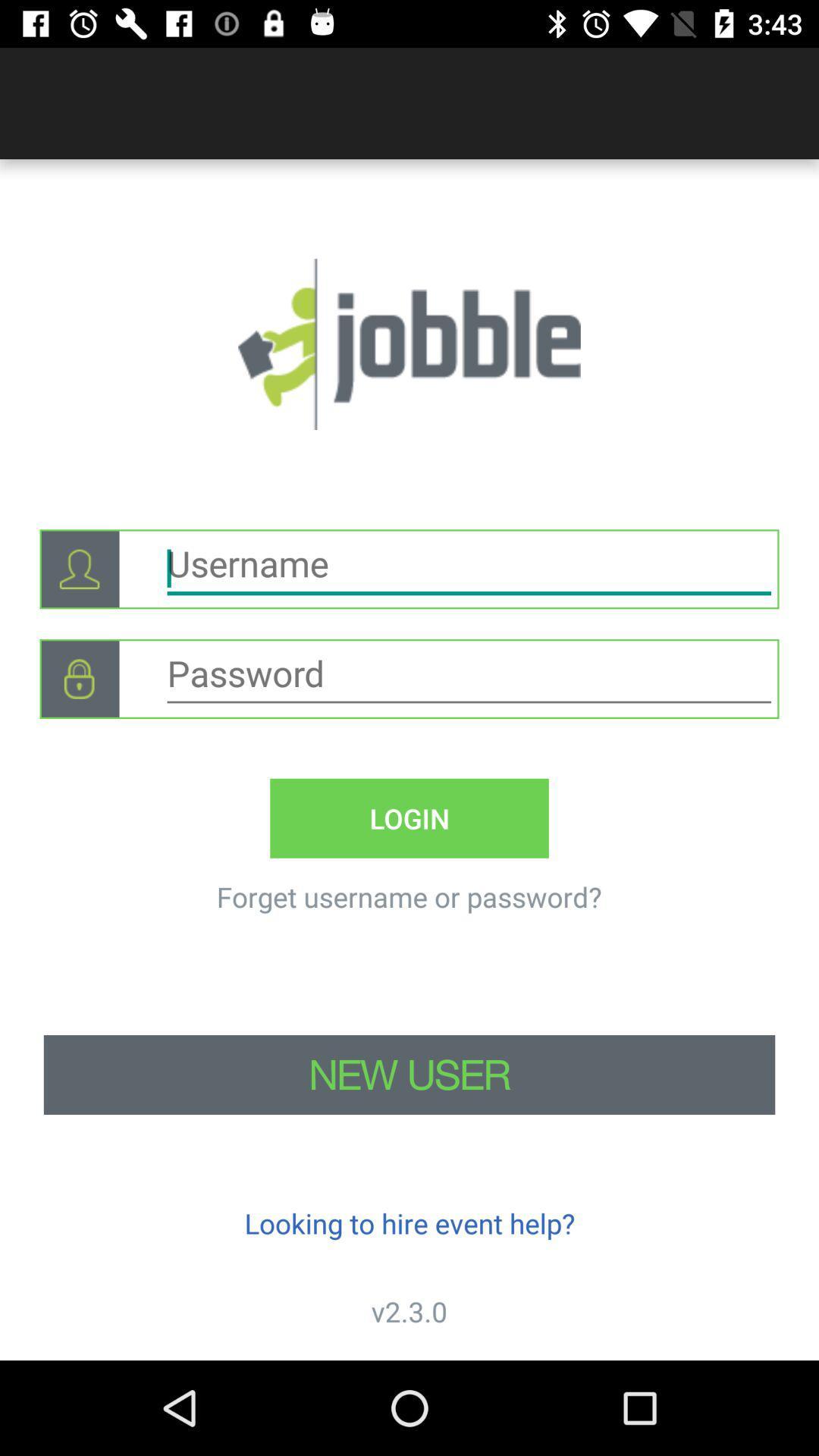 This screenshot has height=1456, width=819. I want to click on forget username or icon, so click(408, 896).